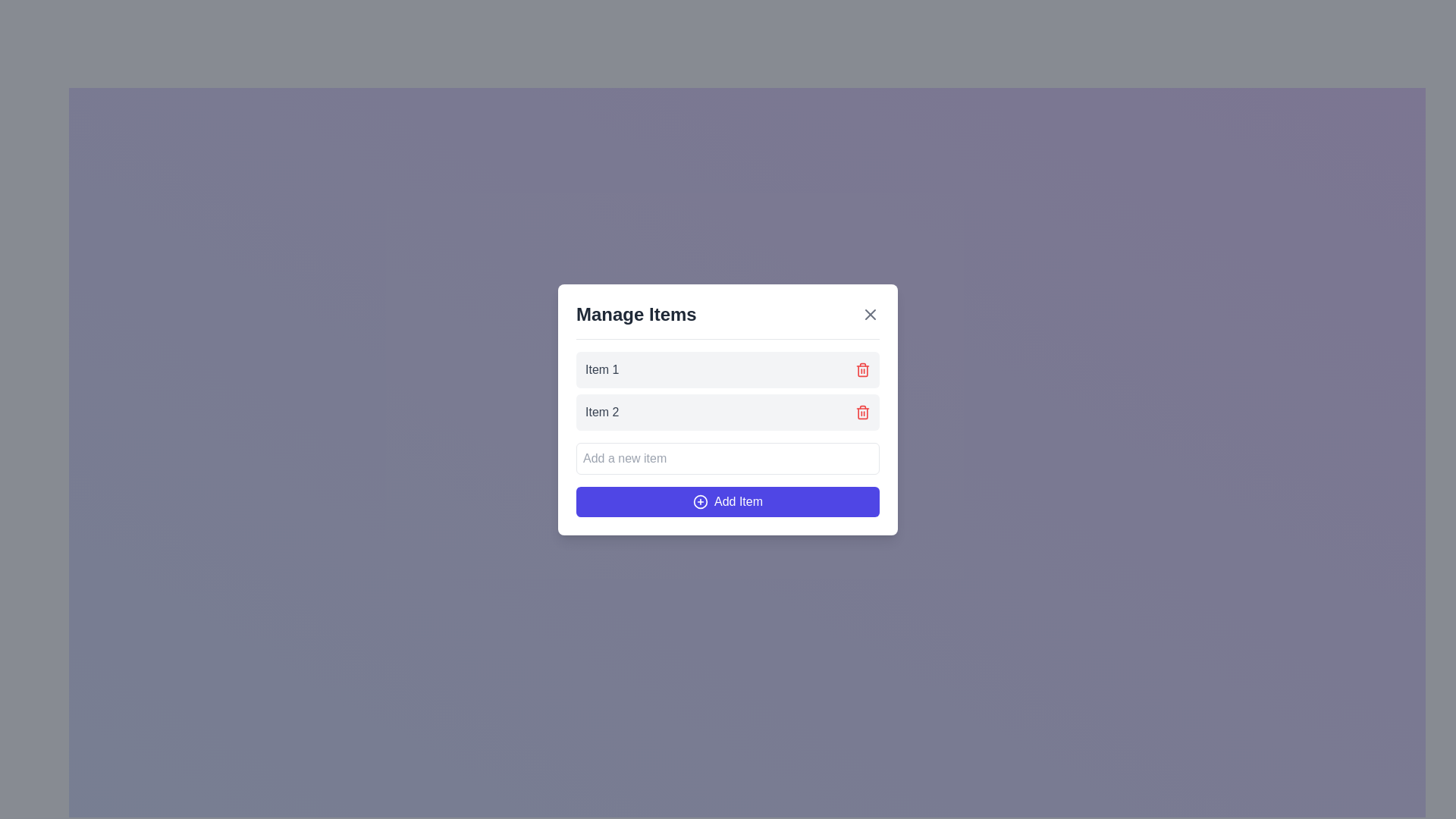  Describe the element at coordinates (870, 313) in the screenshot. I see `the Close icon, which is represented by an SVG diagonal cross located at the top right corner of the dialog box adjacent to the 'Manage Items' title` at that location.